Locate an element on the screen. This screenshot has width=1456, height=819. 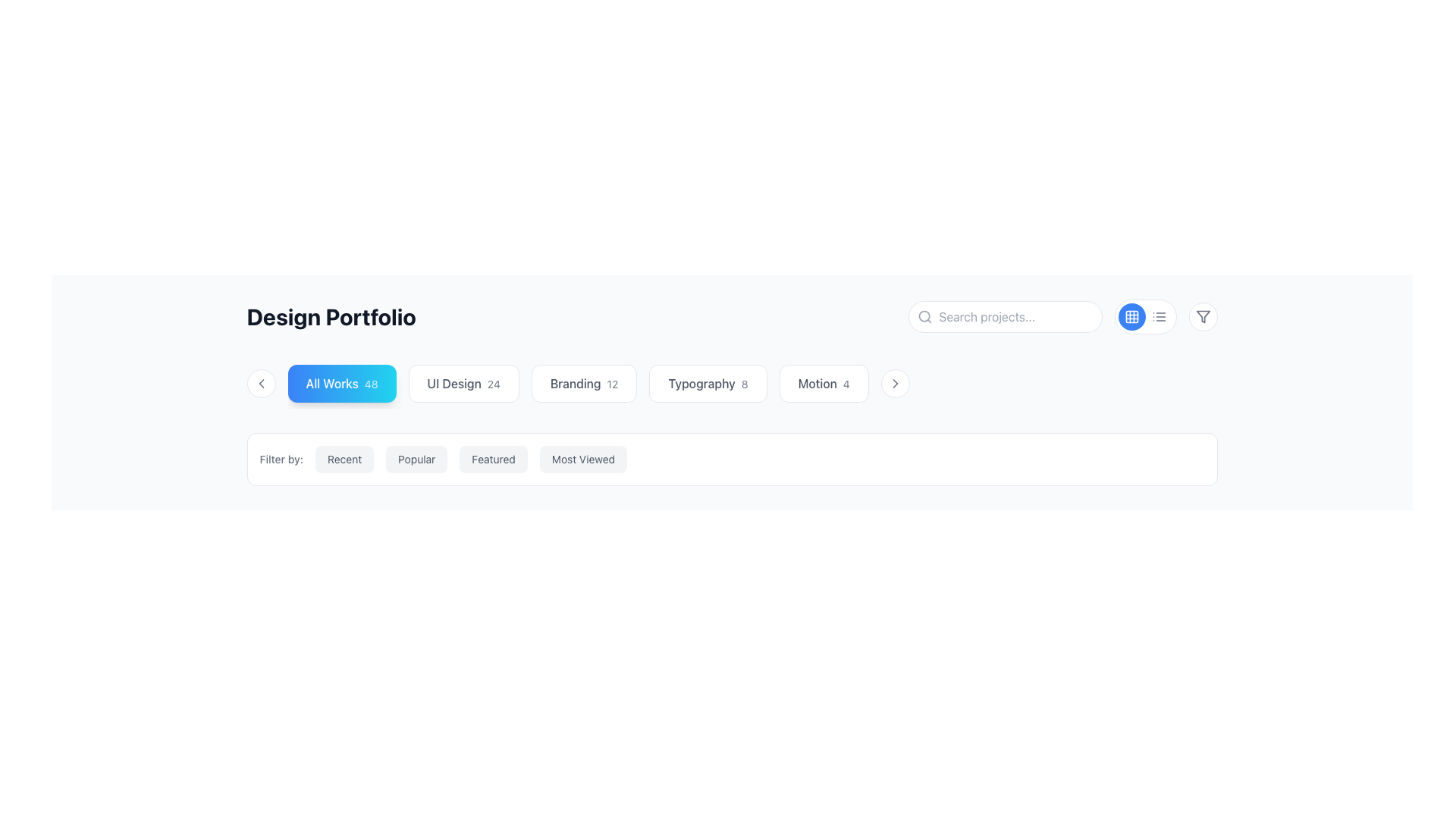
the list view icon button, which is a small icon composed of three horizontal lines resembling a menu symbol, located near the top right corner of the interface is located at coordinates (1158, 315).